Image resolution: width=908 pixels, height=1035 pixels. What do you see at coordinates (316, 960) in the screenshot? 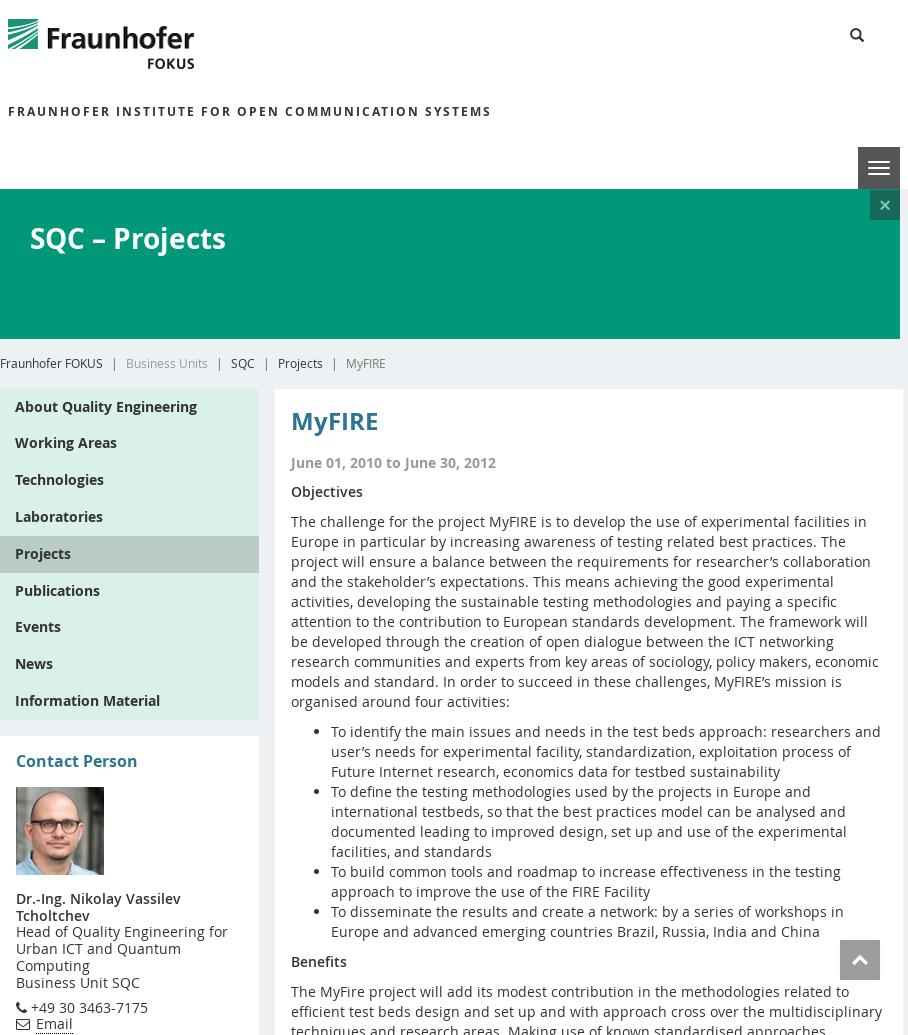
I see `'Benefits'` at bounding box center [316, 960].